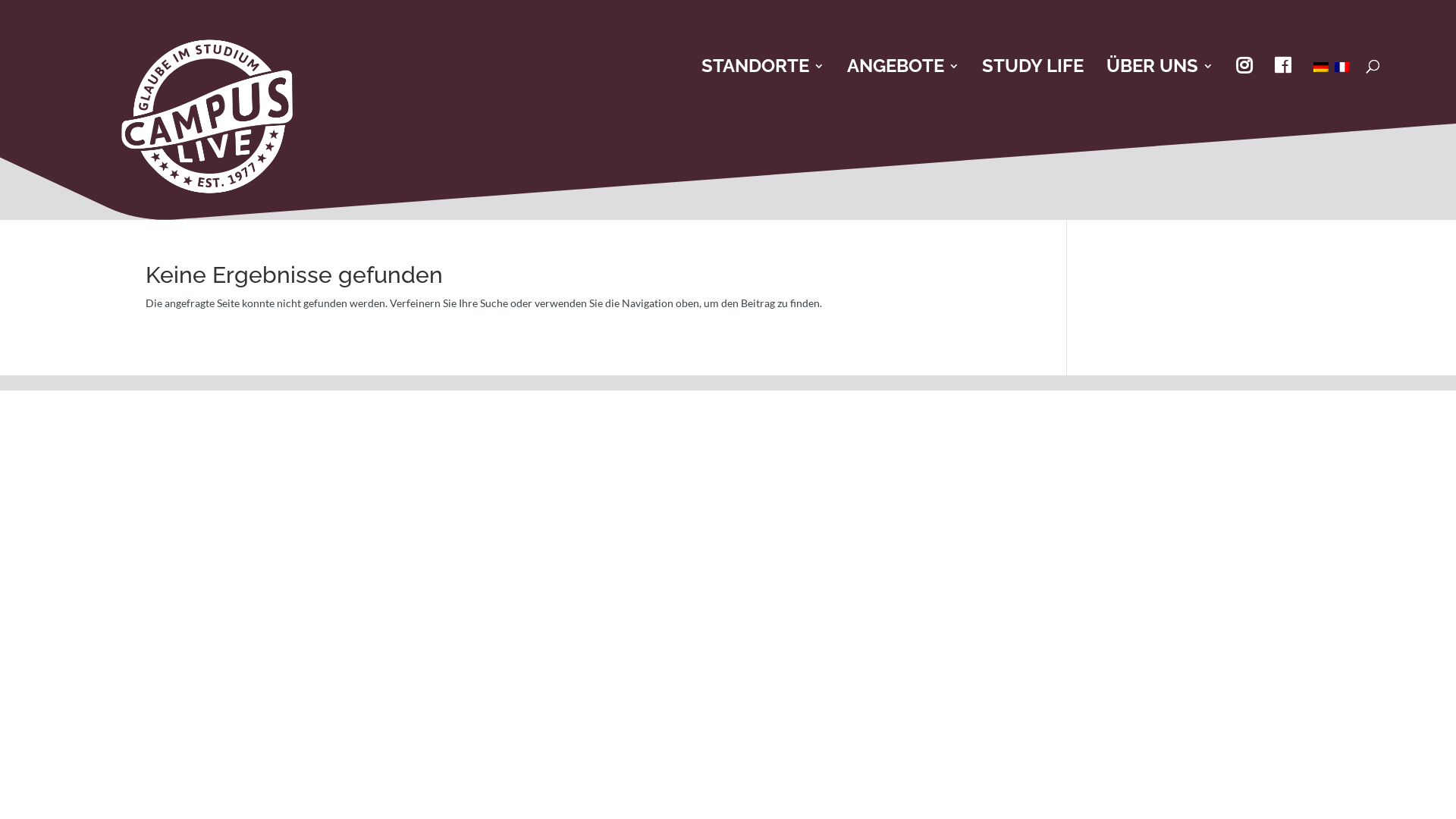  I want to click on 'STUDY LIFE', so click(1032, 65).